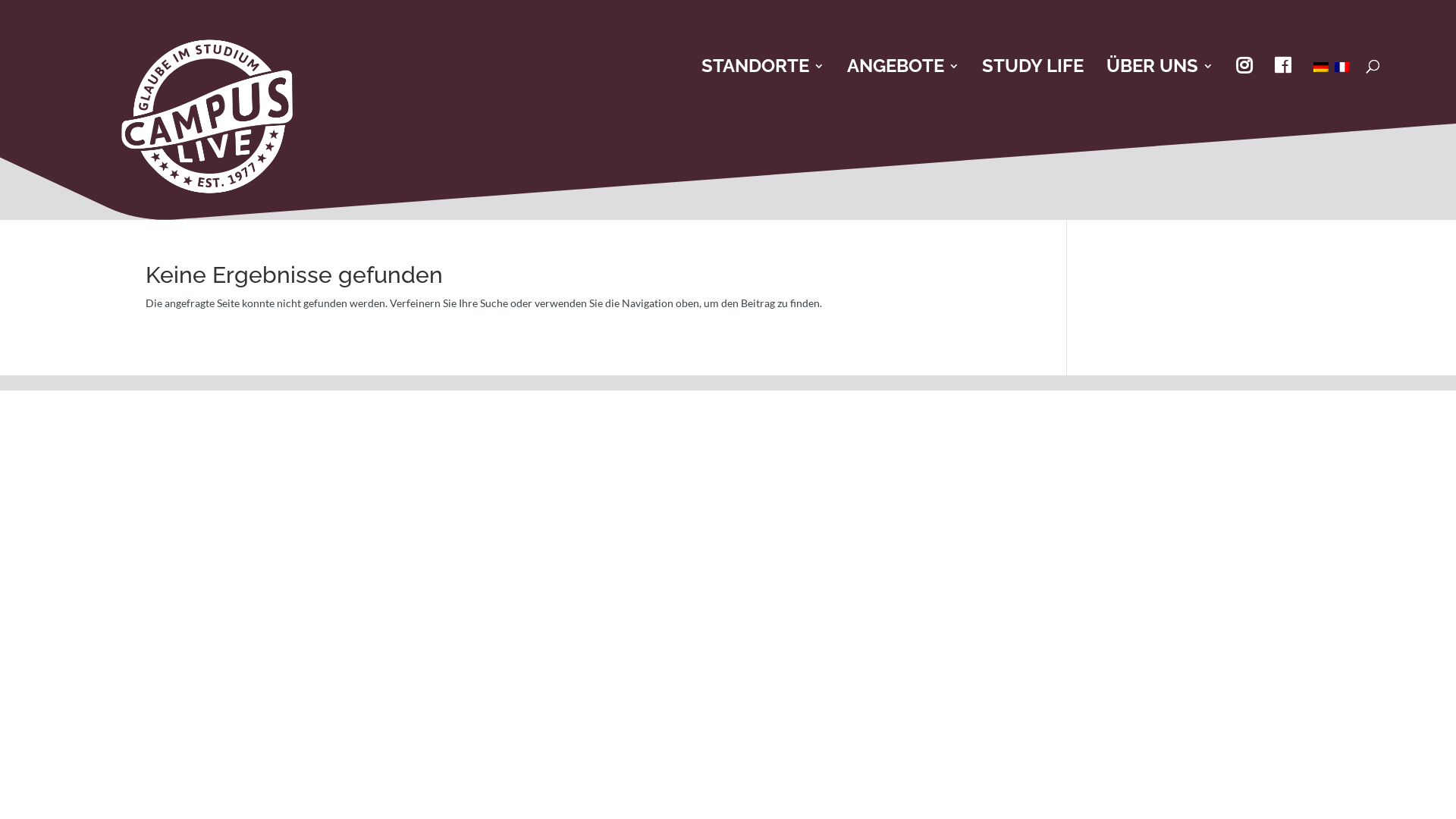  I want to click on 'STUDY LIFE', so click(1032, 65).